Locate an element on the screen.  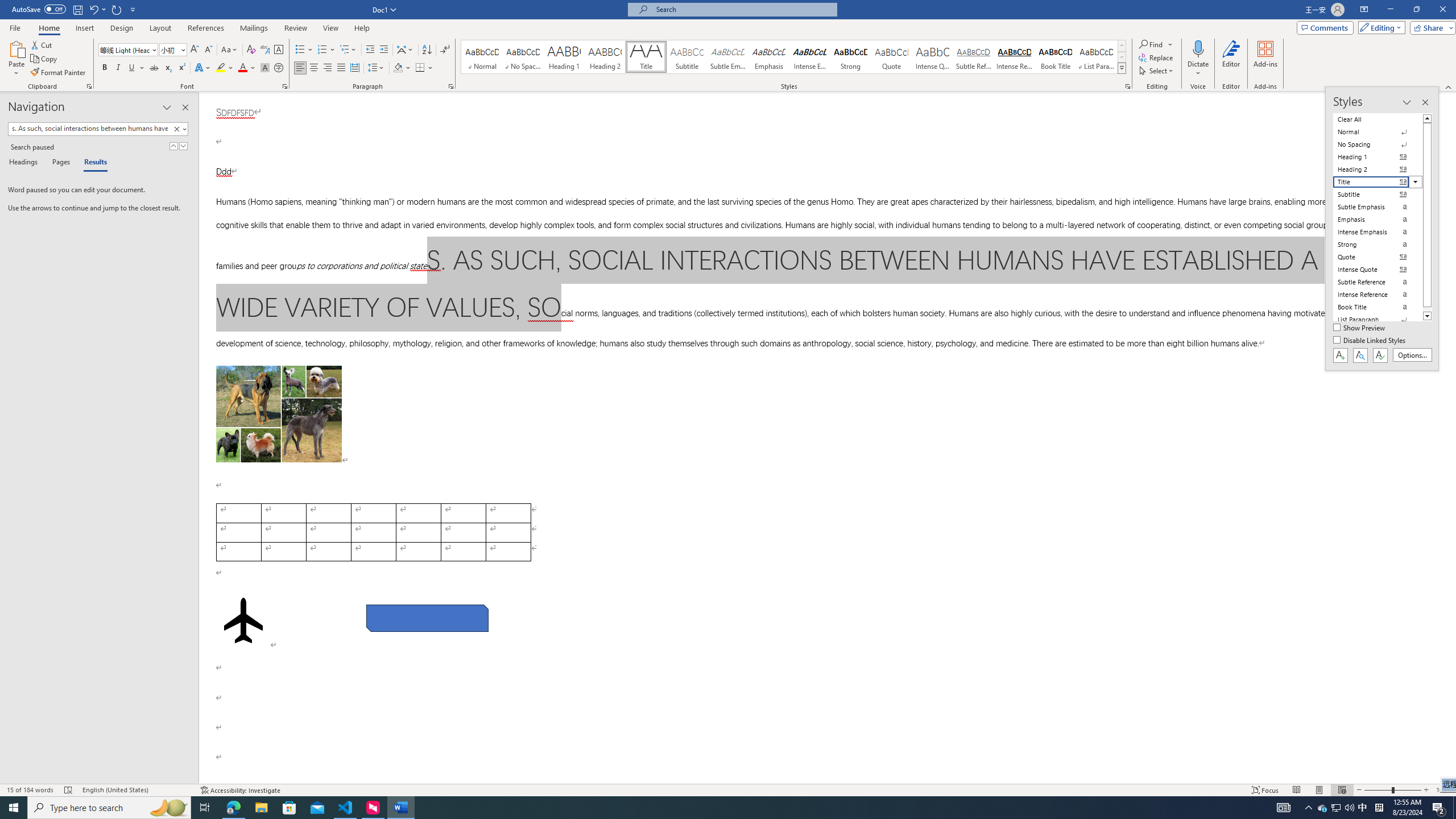
'Spelling and Grammar Check Errors' is located at coordinates (69, 790).